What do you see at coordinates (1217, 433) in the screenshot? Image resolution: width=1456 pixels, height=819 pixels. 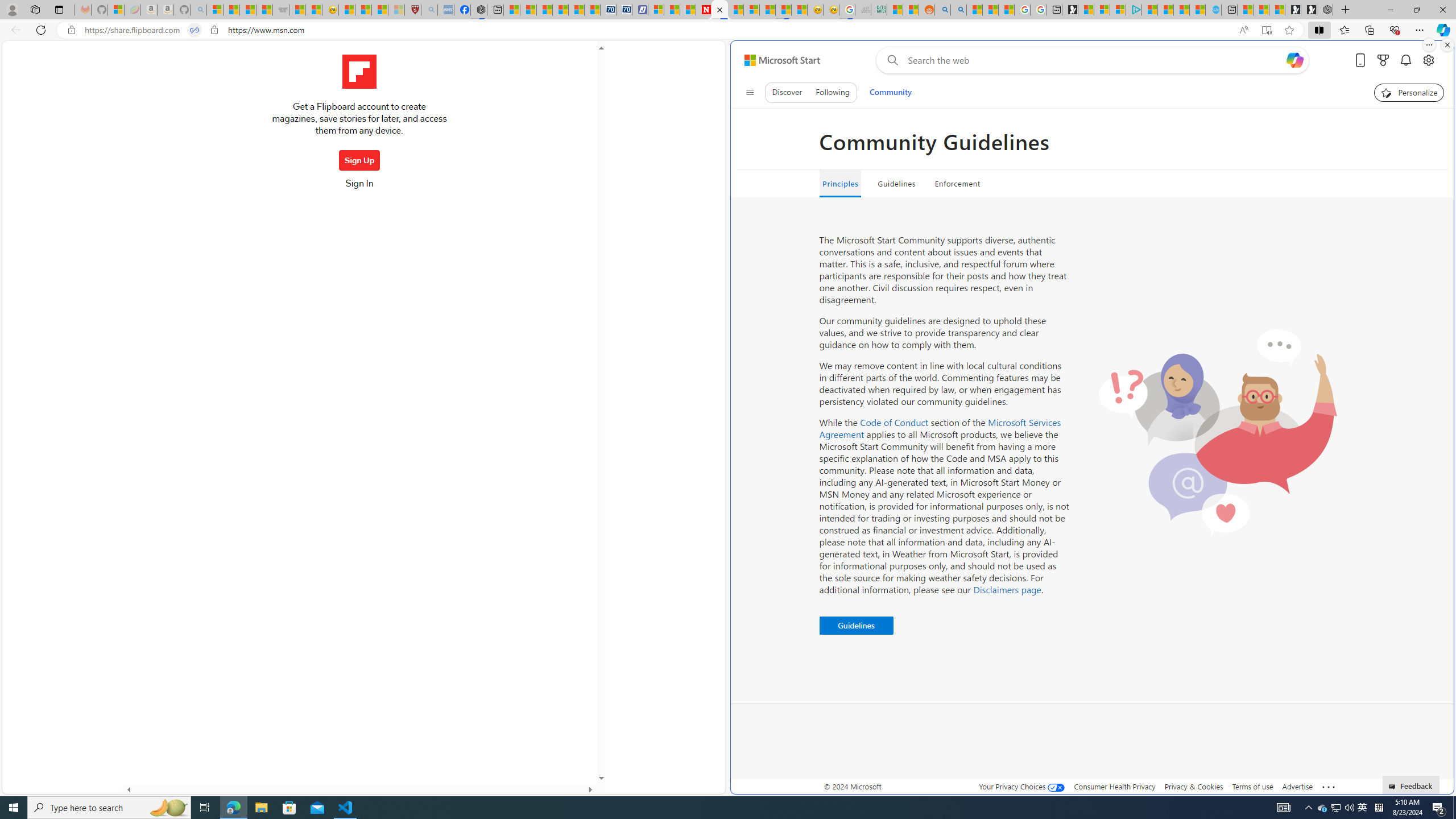 I see `'Two people reacting contents'` at bounding box center [1217, 433].